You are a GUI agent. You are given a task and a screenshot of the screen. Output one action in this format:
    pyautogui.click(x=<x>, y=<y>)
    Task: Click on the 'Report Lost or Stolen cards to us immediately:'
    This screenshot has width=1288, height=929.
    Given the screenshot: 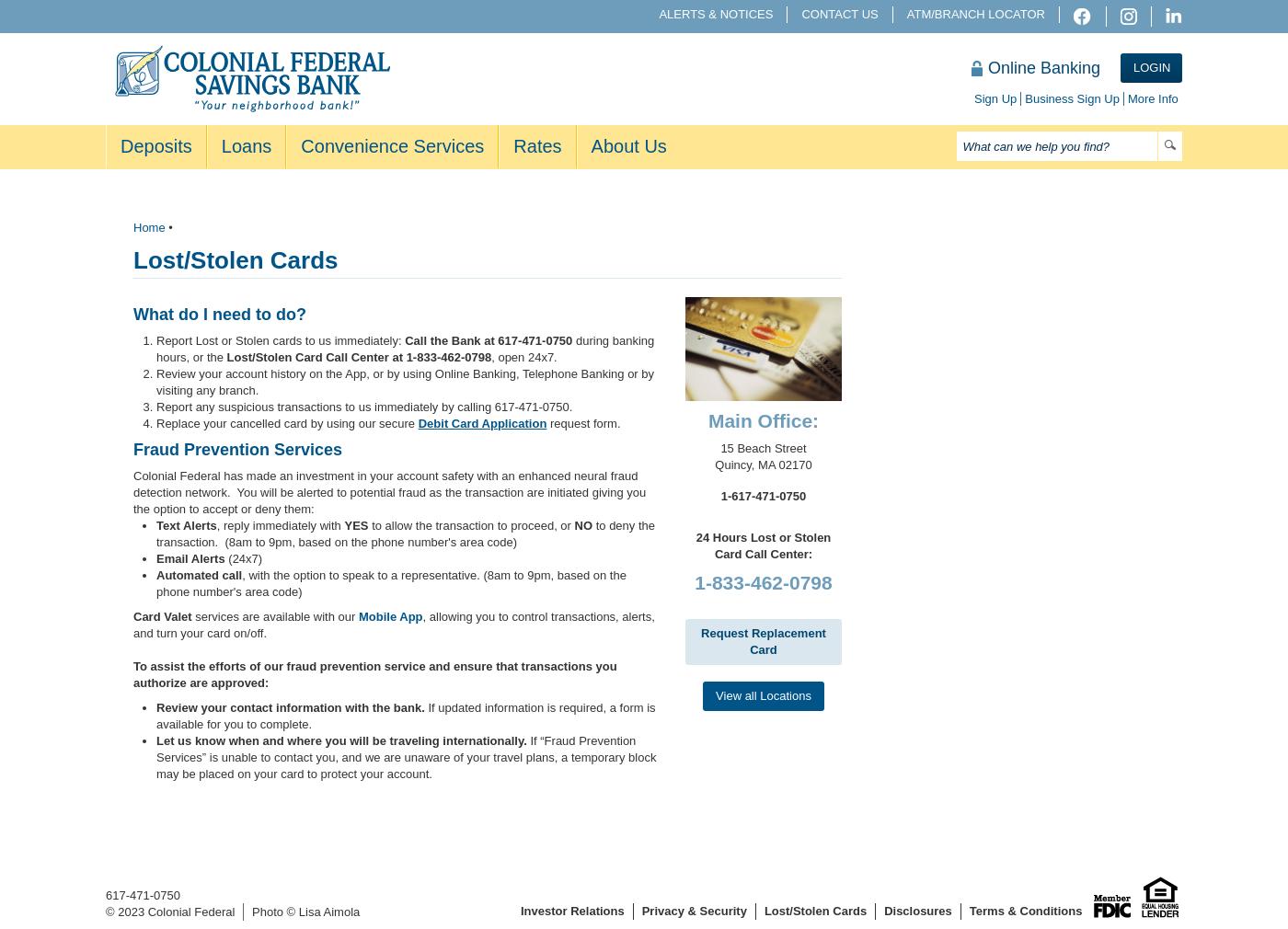 What is the action you would take?
    pyautogui.click(x=281, y=340)
    